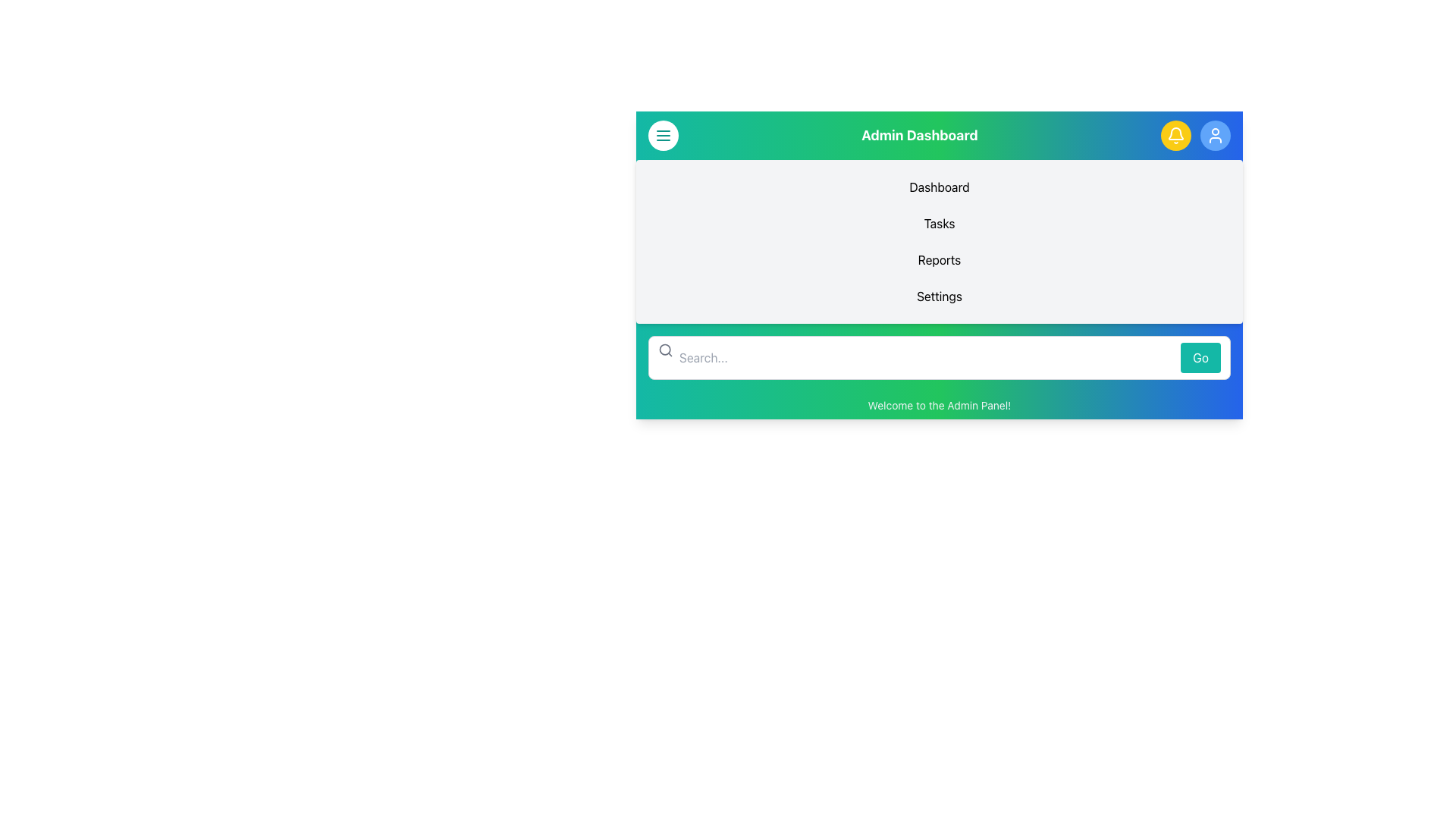 The image size is (1456, 819). I want to click on the circular button with a white background and teal-colored horizontal lines, located at the top left corner next to the 'Admin Dashboard' text, so click(663, 134).